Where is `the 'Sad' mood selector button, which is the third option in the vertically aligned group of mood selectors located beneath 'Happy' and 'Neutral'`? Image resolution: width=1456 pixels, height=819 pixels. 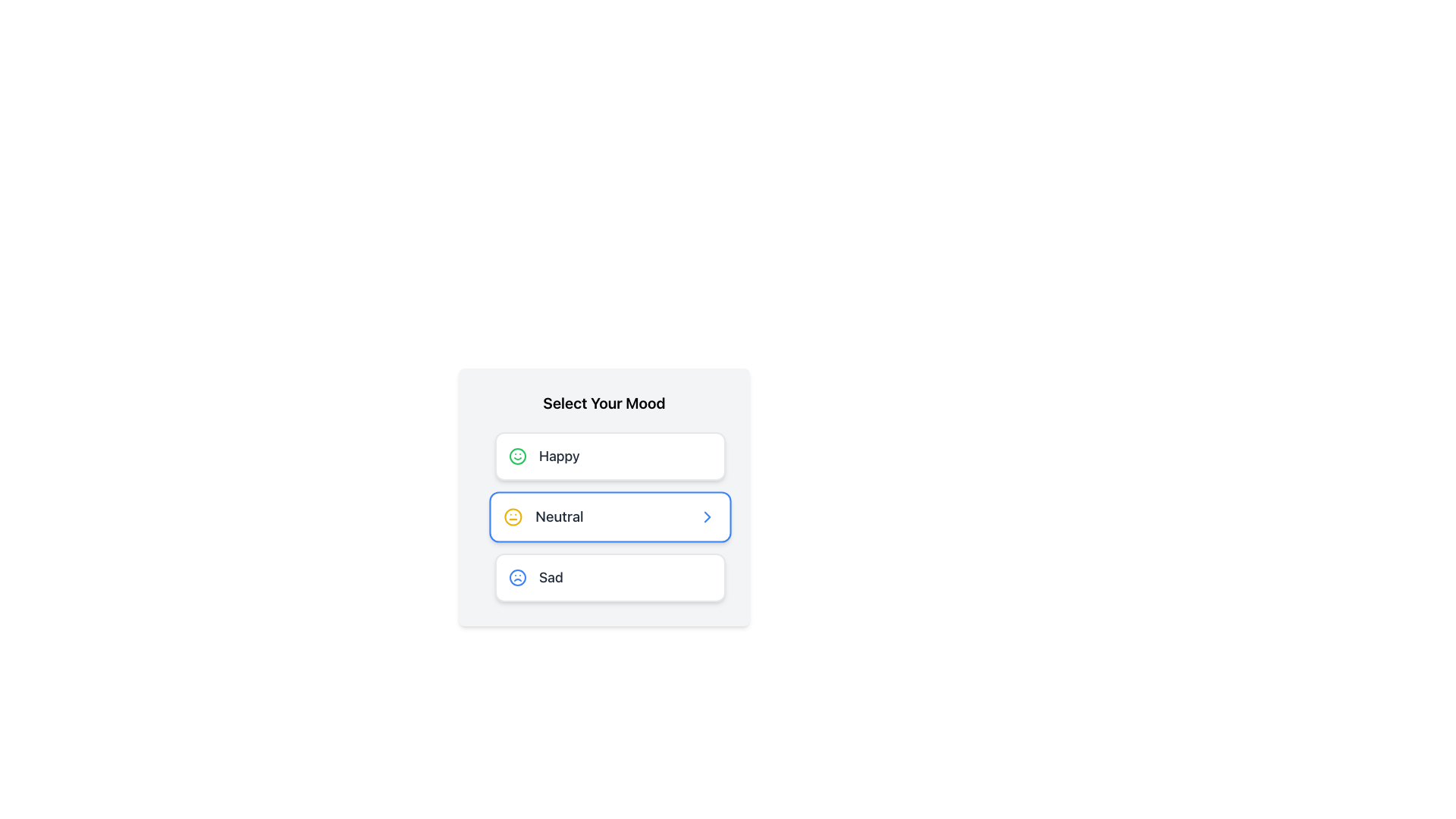
the 'Sad' mood selector button, which is the third option in the vertically aligned group of mood selectors located beneath 'Happy' and 'Neutral' is located at coordinates (610, 578).